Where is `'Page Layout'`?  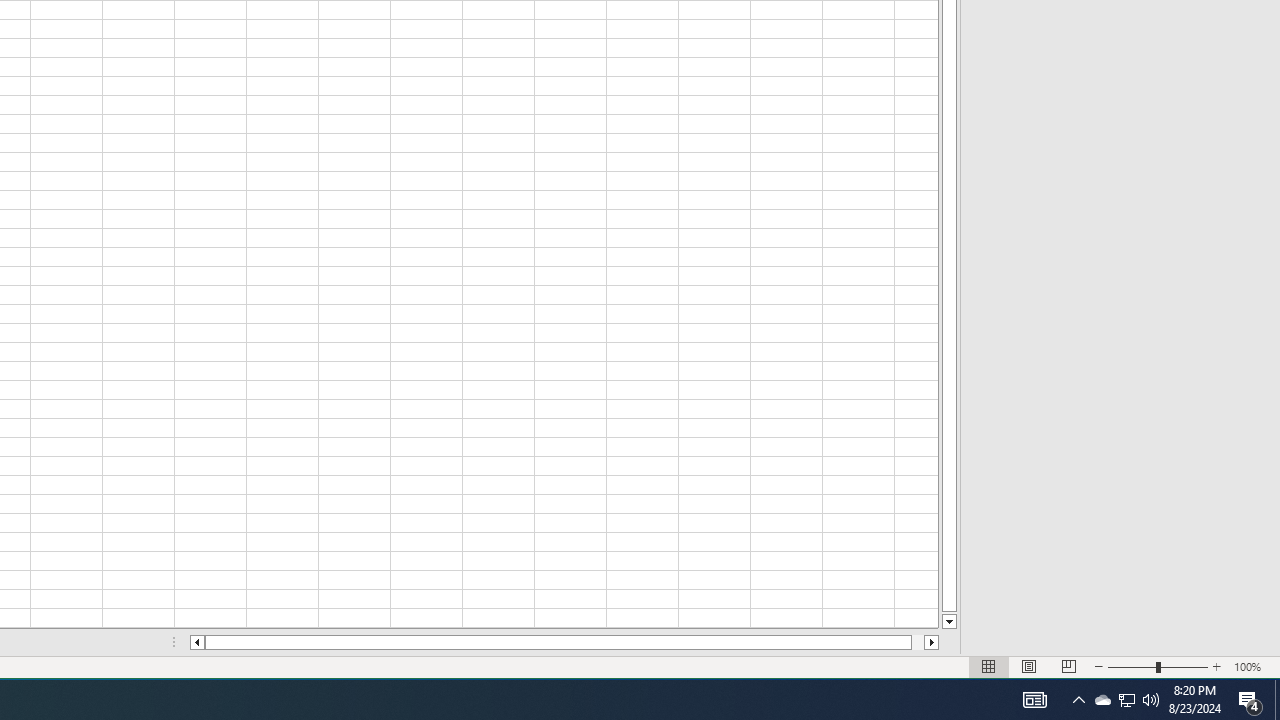
'Page Layout' is located at coordinates (1029, 667).